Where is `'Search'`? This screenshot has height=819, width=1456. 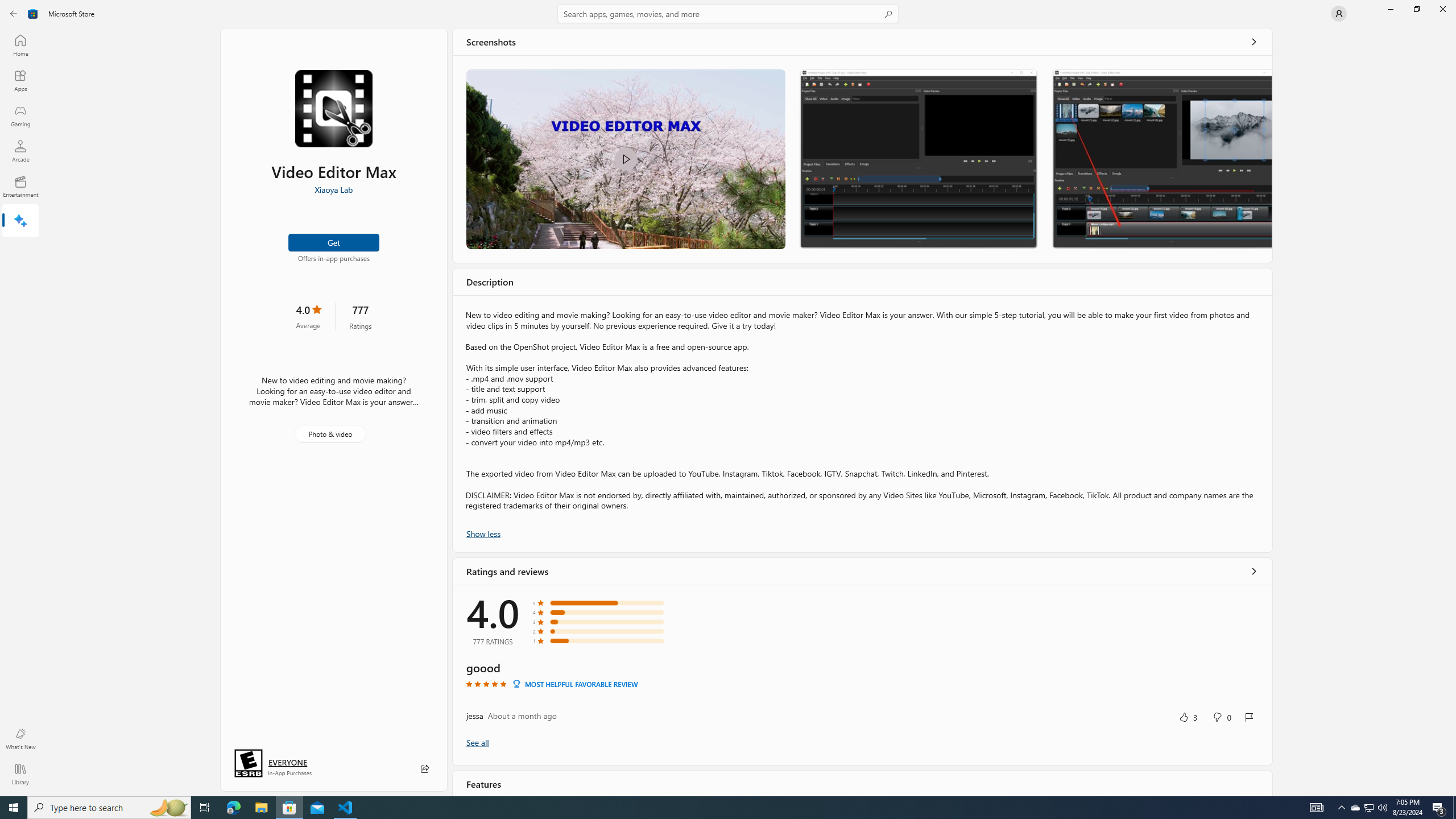 'Search' is located at coordinates (728, 13).